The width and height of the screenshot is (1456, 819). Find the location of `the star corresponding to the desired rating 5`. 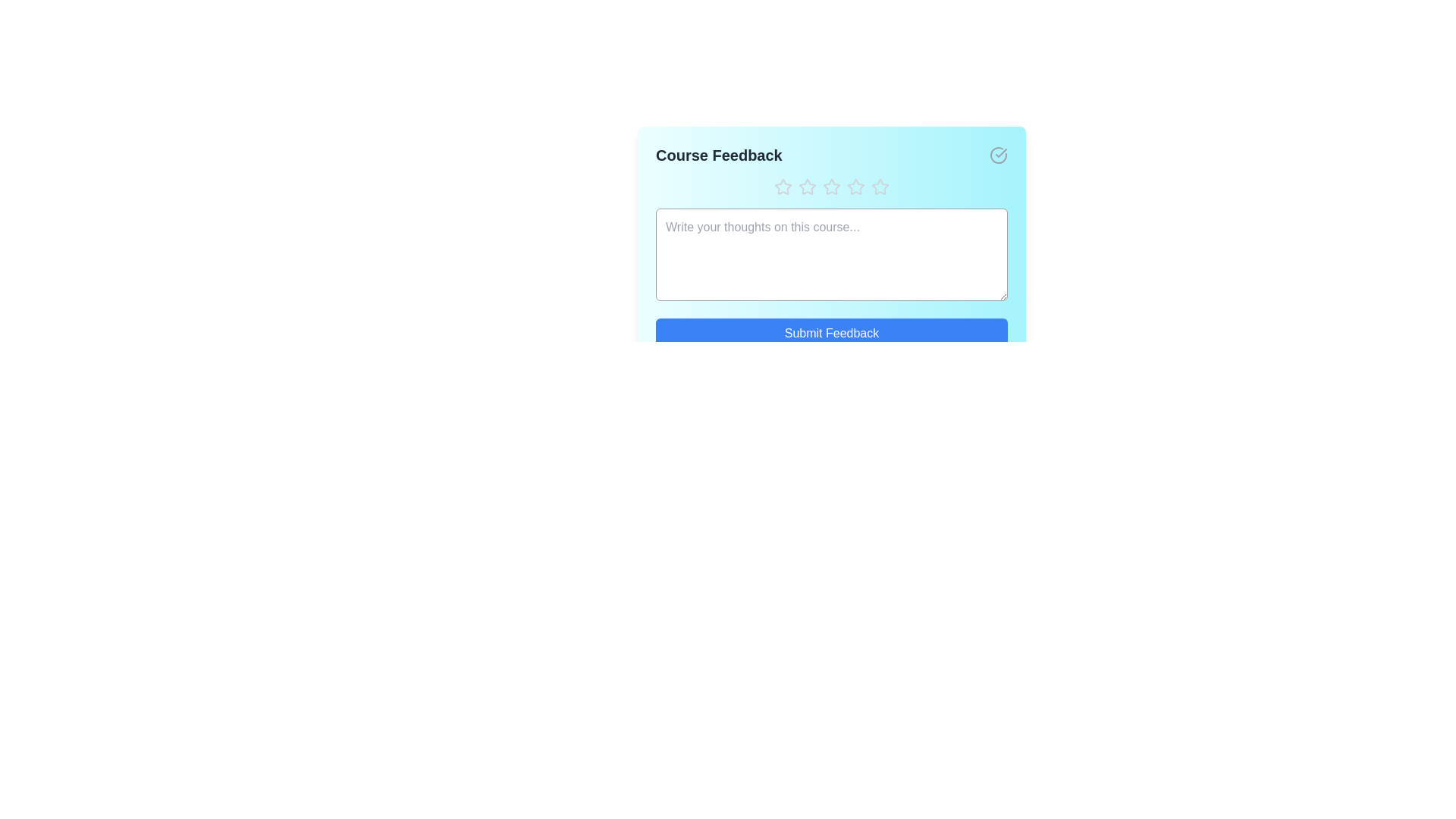

the star corresponding to the desired rating 5 is located at coordinates (880, 186).